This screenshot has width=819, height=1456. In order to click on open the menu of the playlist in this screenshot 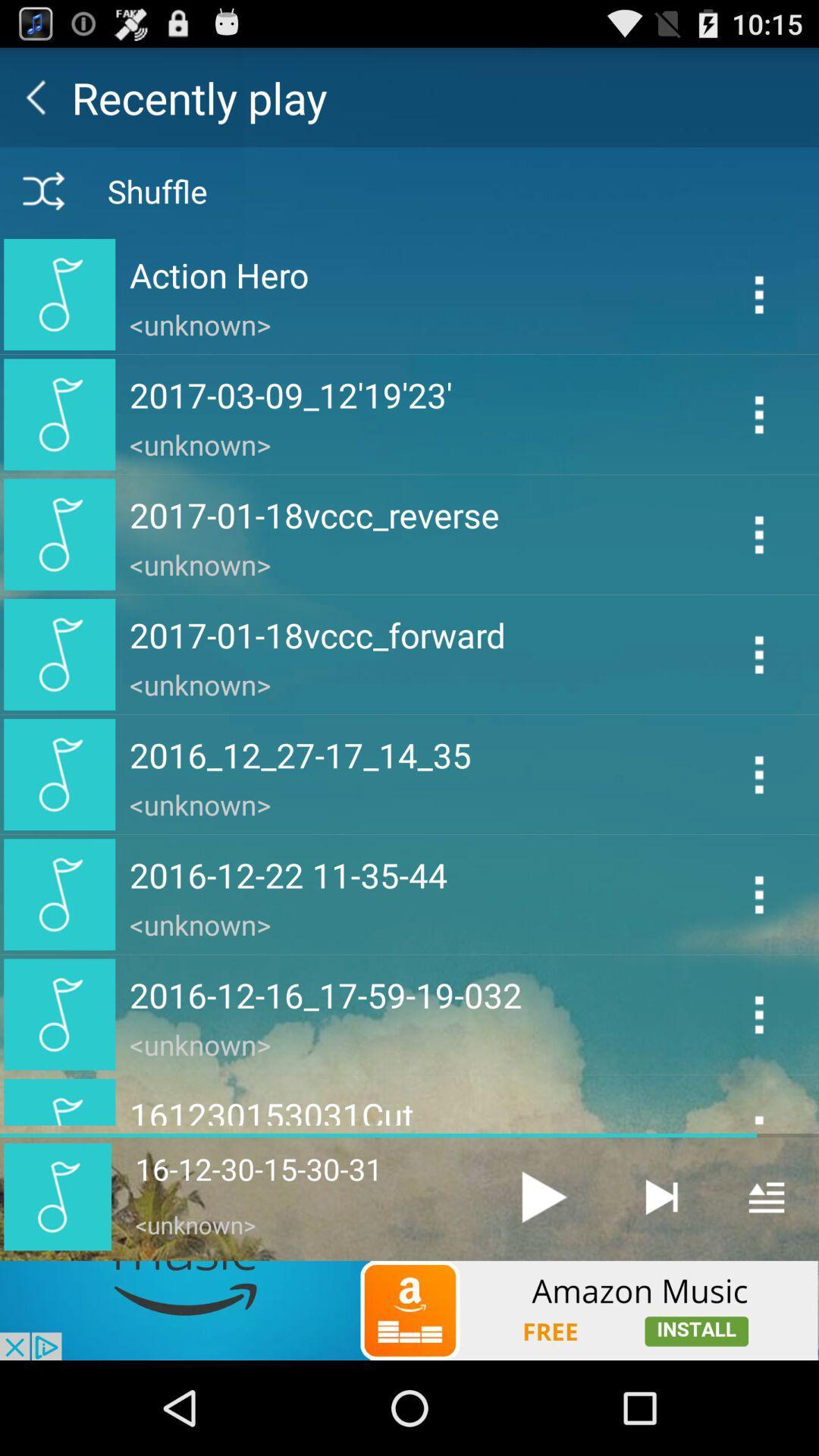, I will do `click(766, 1196)`.